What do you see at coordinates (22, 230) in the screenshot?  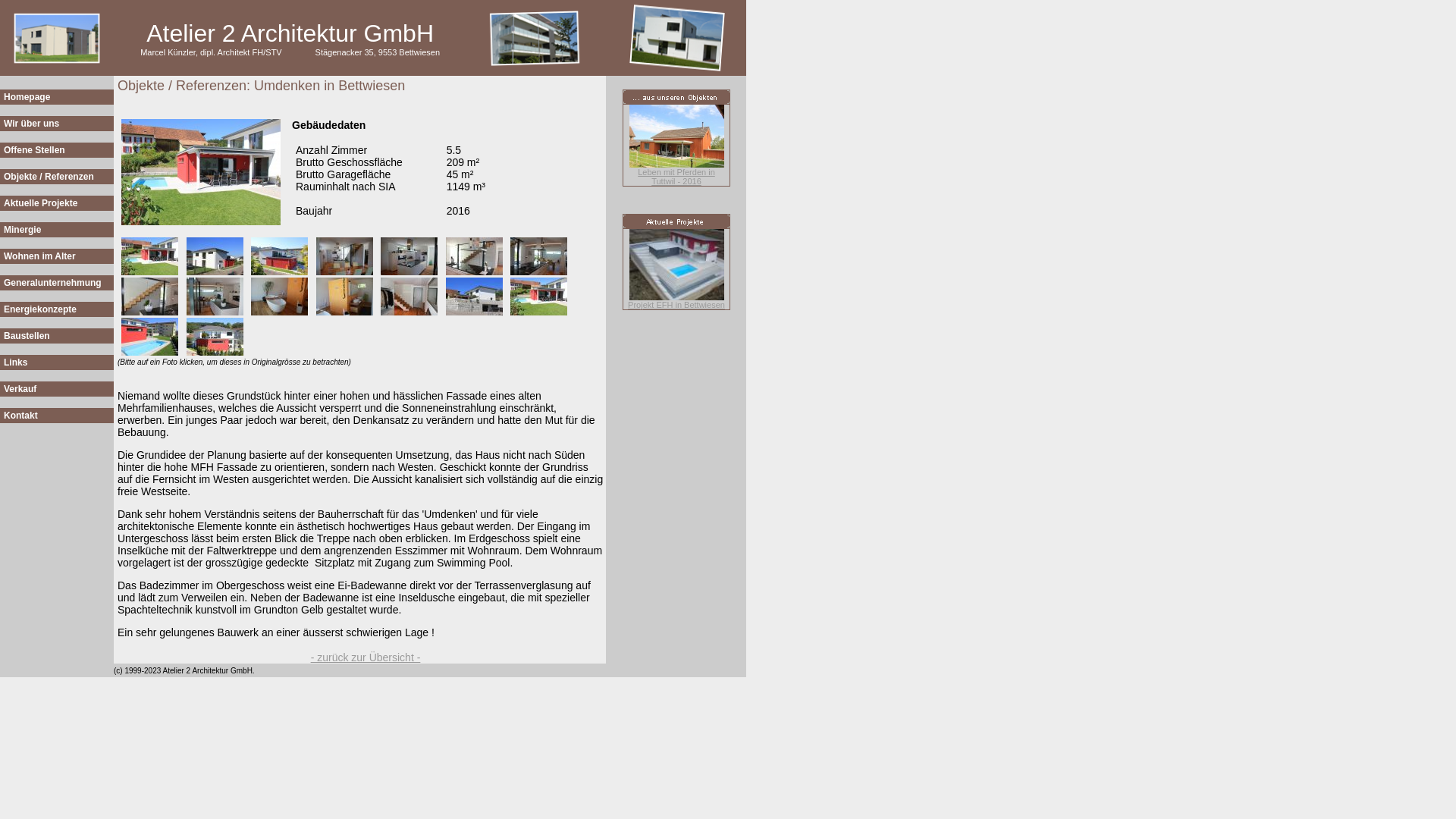 I see `'Minergie'` at bounding box center [22, 230].